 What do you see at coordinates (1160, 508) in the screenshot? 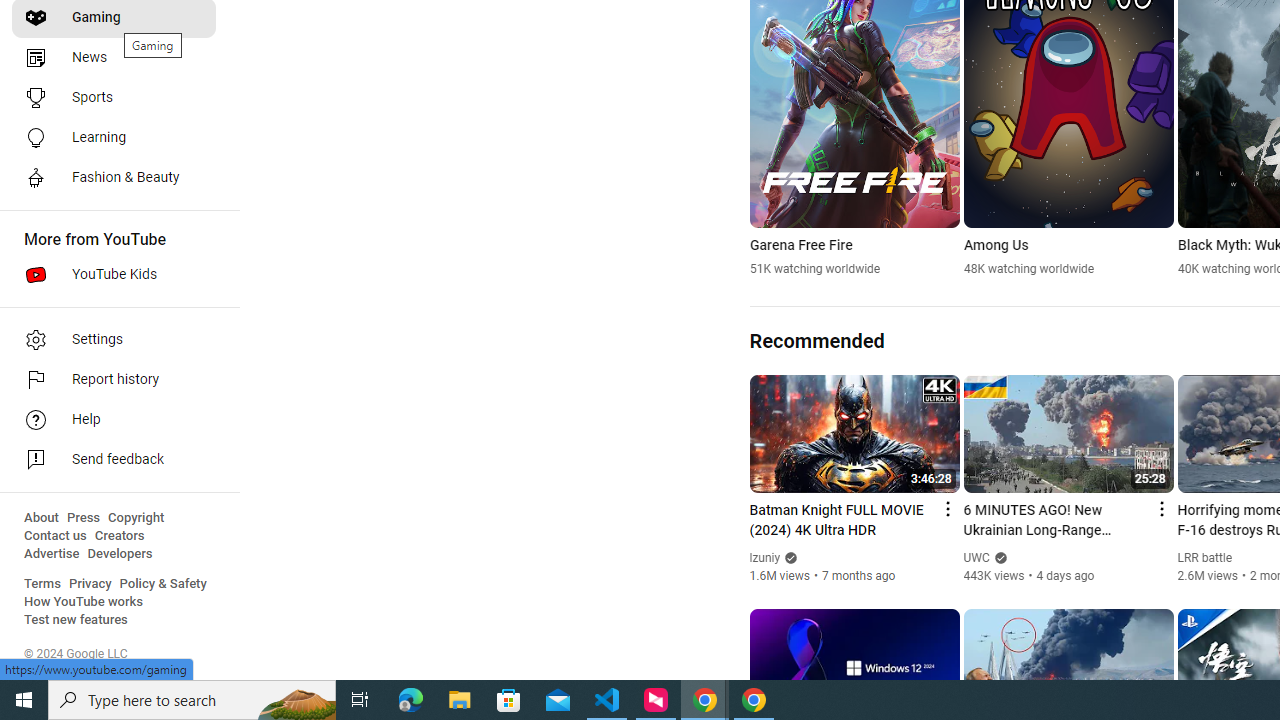
I see `'Action menu'` at bounding box center [1160, 508].